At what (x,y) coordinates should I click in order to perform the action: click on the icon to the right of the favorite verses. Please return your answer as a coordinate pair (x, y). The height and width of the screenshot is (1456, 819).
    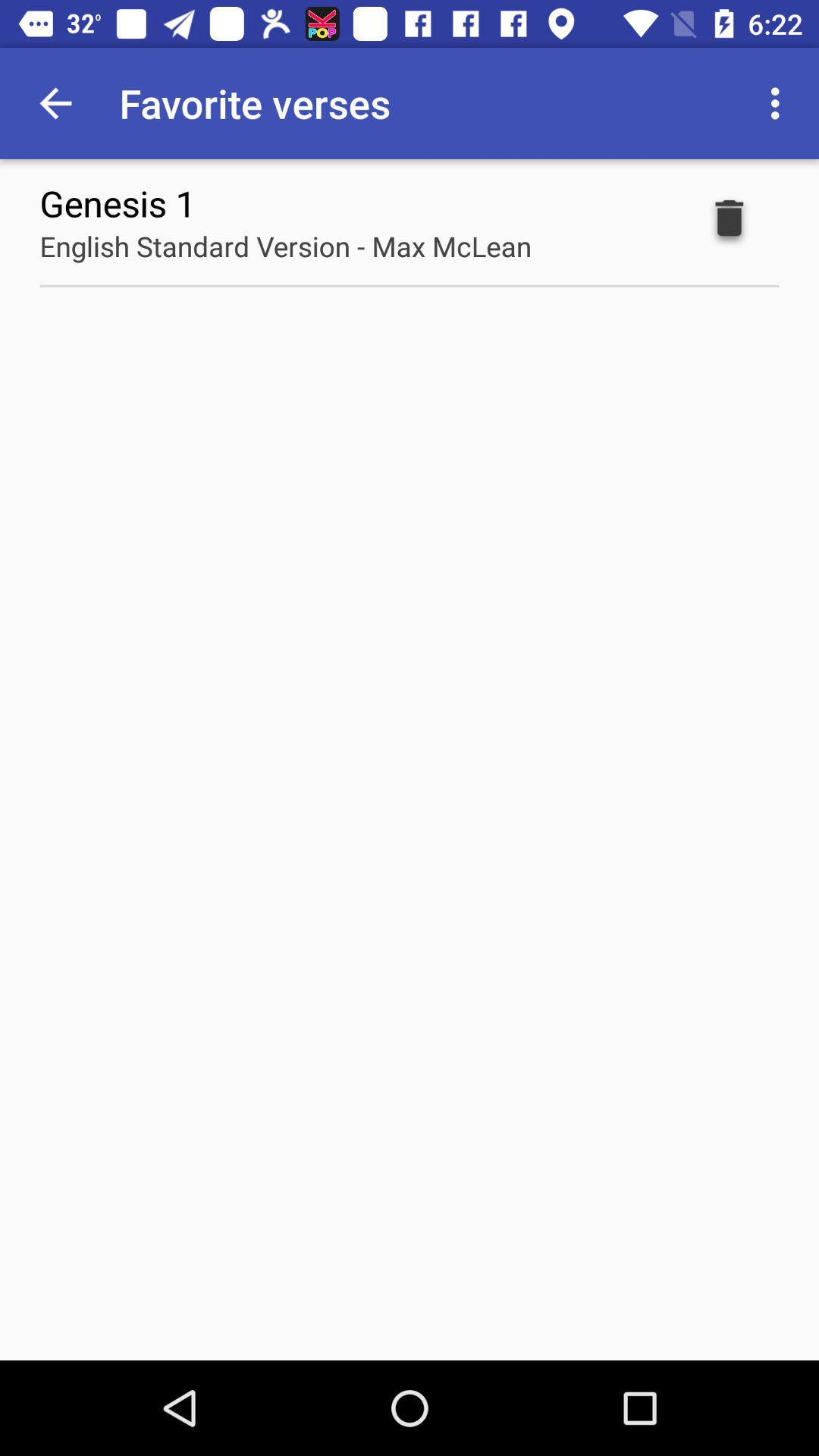
    Looking at the image, I should click on (779, 102).